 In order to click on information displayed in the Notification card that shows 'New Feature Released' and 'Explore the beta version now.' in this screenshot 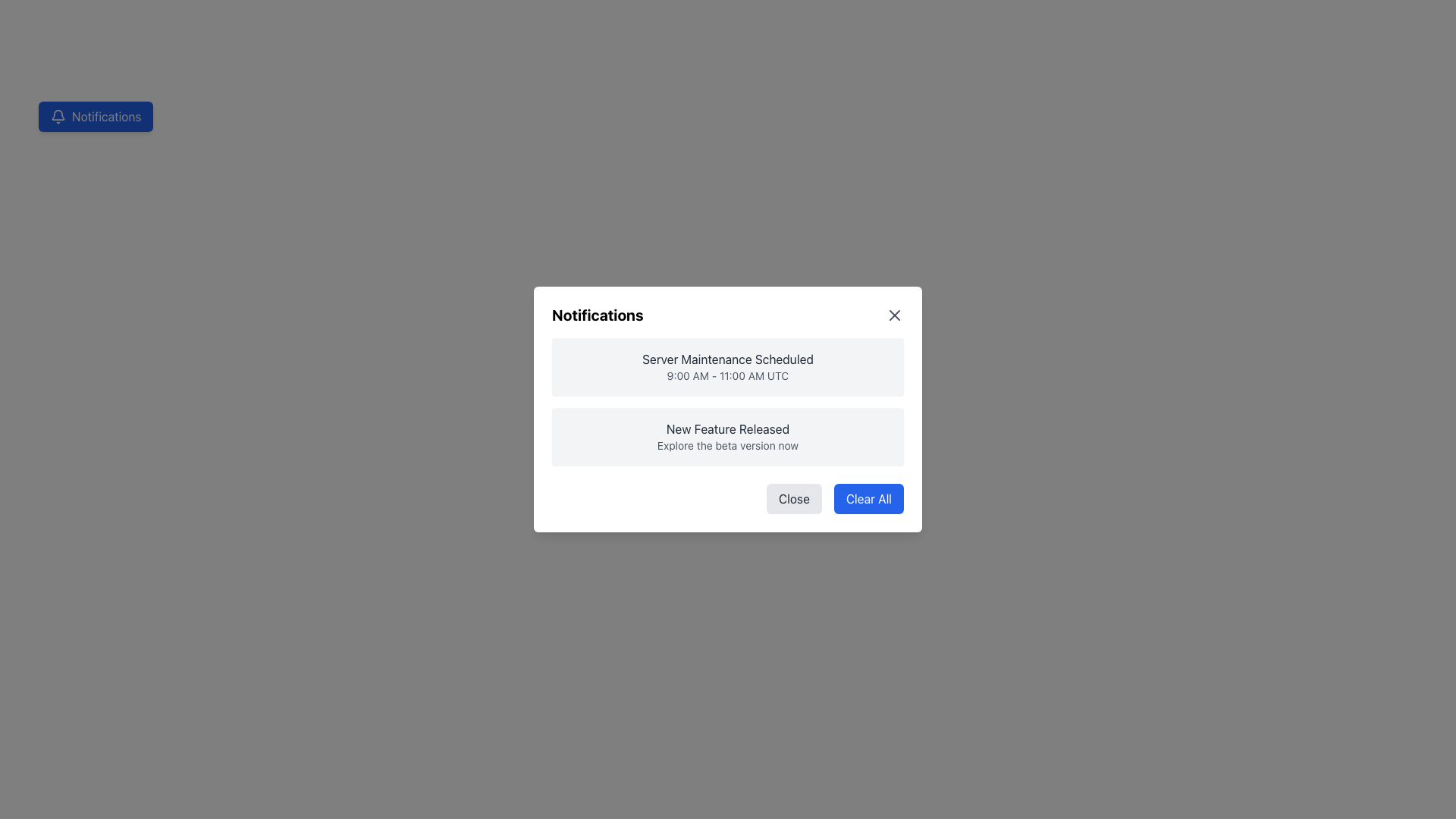, I will do `click(728, 436)`.